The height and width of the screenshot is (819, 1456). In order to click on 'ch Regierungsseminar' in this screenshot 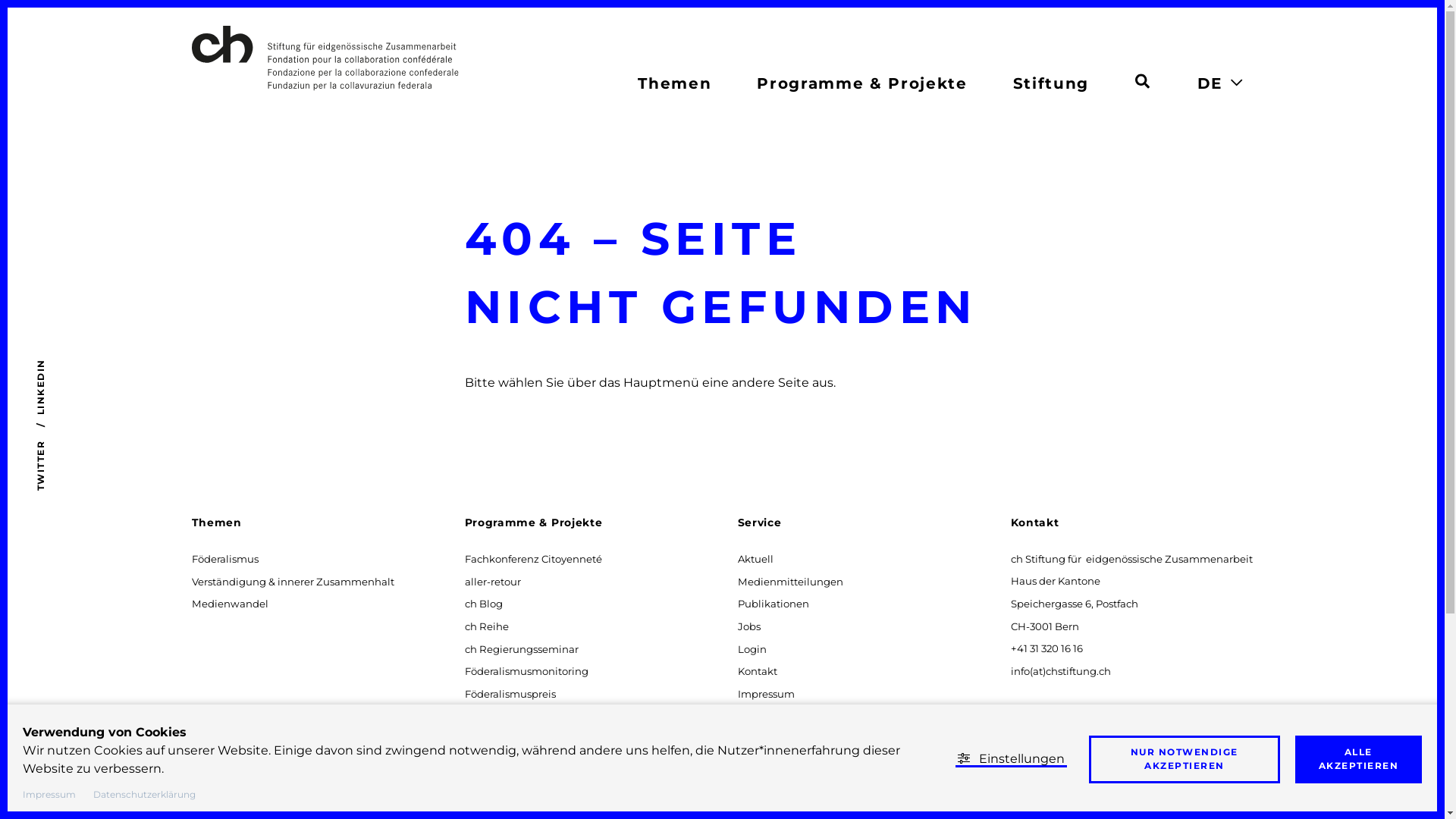, I will do `click(521, 648)`.